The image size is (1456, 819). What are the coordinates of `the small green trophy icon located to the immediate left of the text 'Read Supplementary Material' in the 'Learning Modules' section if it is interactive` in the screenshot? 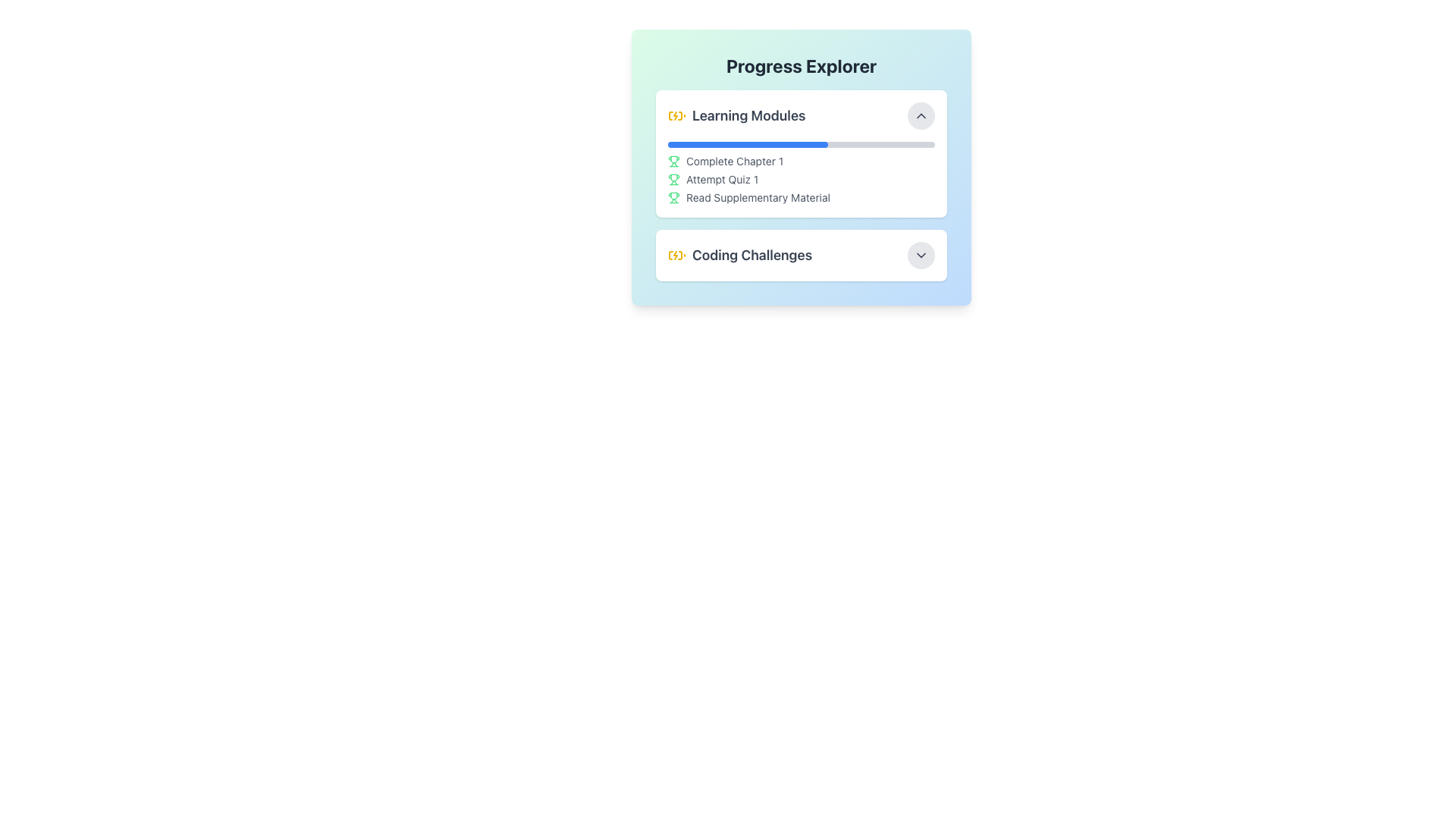 It's located at (673, 197).